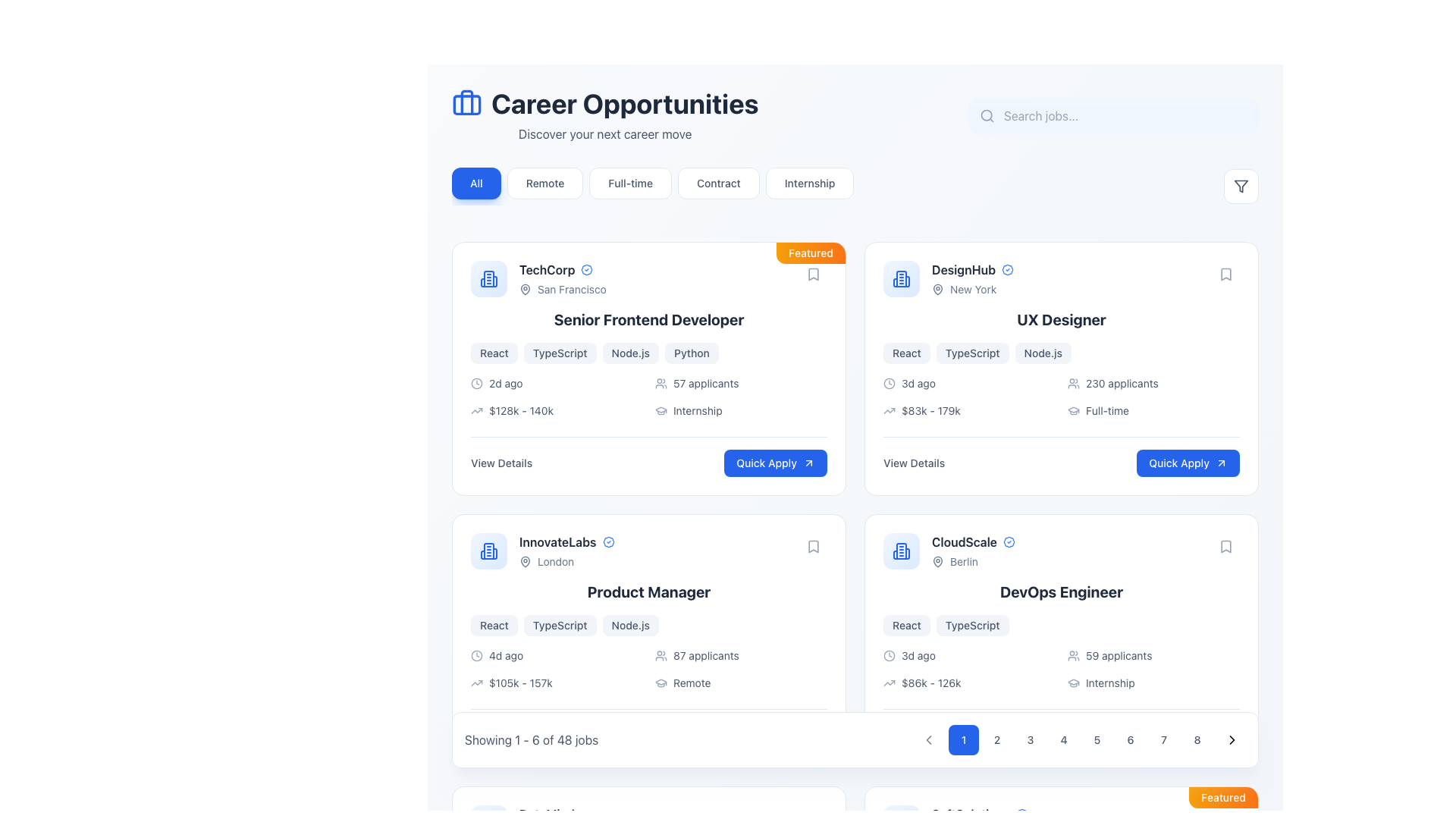  I want to click on the 'TechCorp' label with a blue badge icon indicating verification for more information about the company, so click(562, 268).